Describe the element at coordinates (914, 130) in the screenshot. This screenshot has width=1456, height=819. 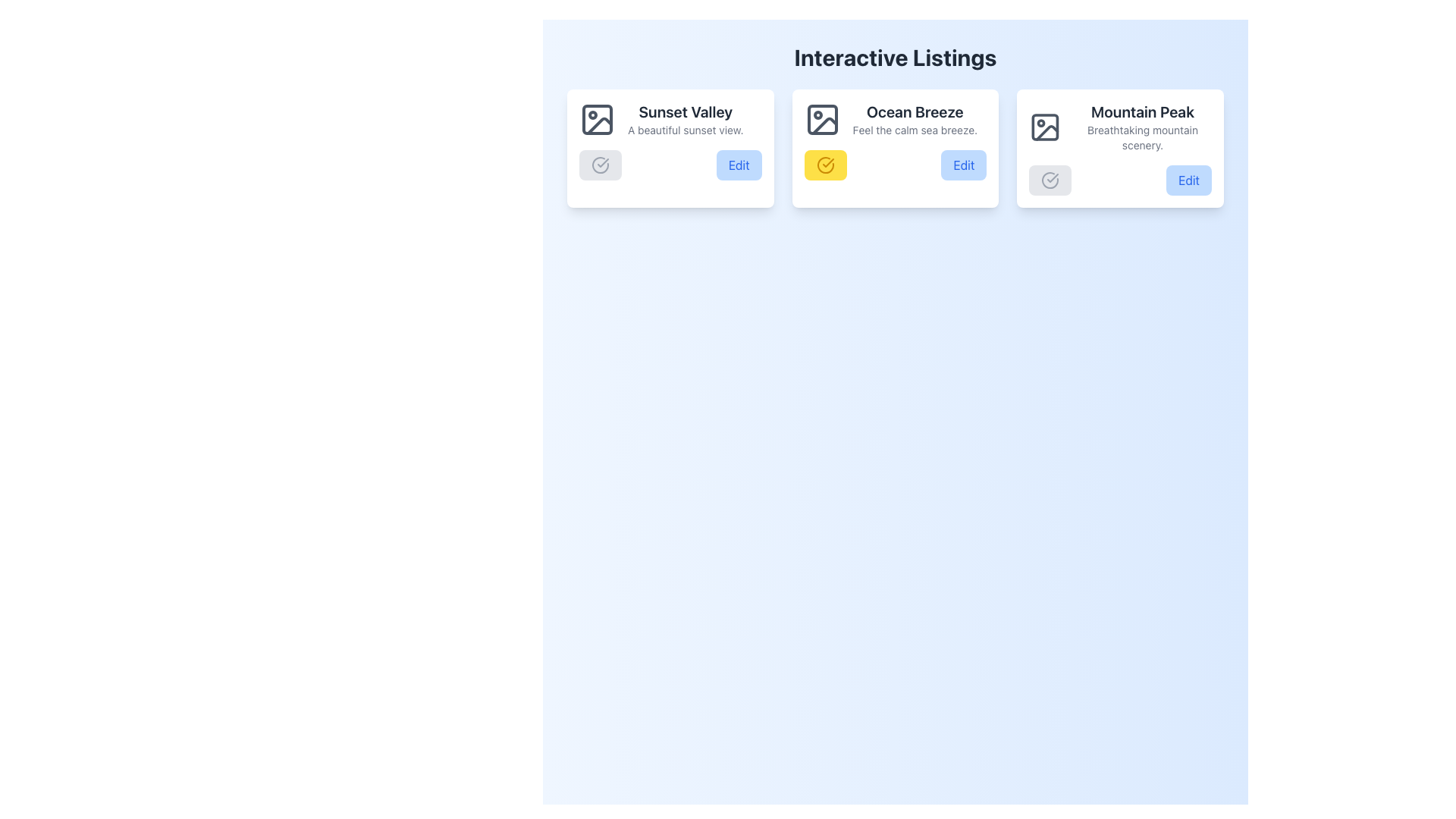
I see `the descriptive subtitle text of the 'Ocean Breeze' listing, which is the second line of text within its card` at that location.